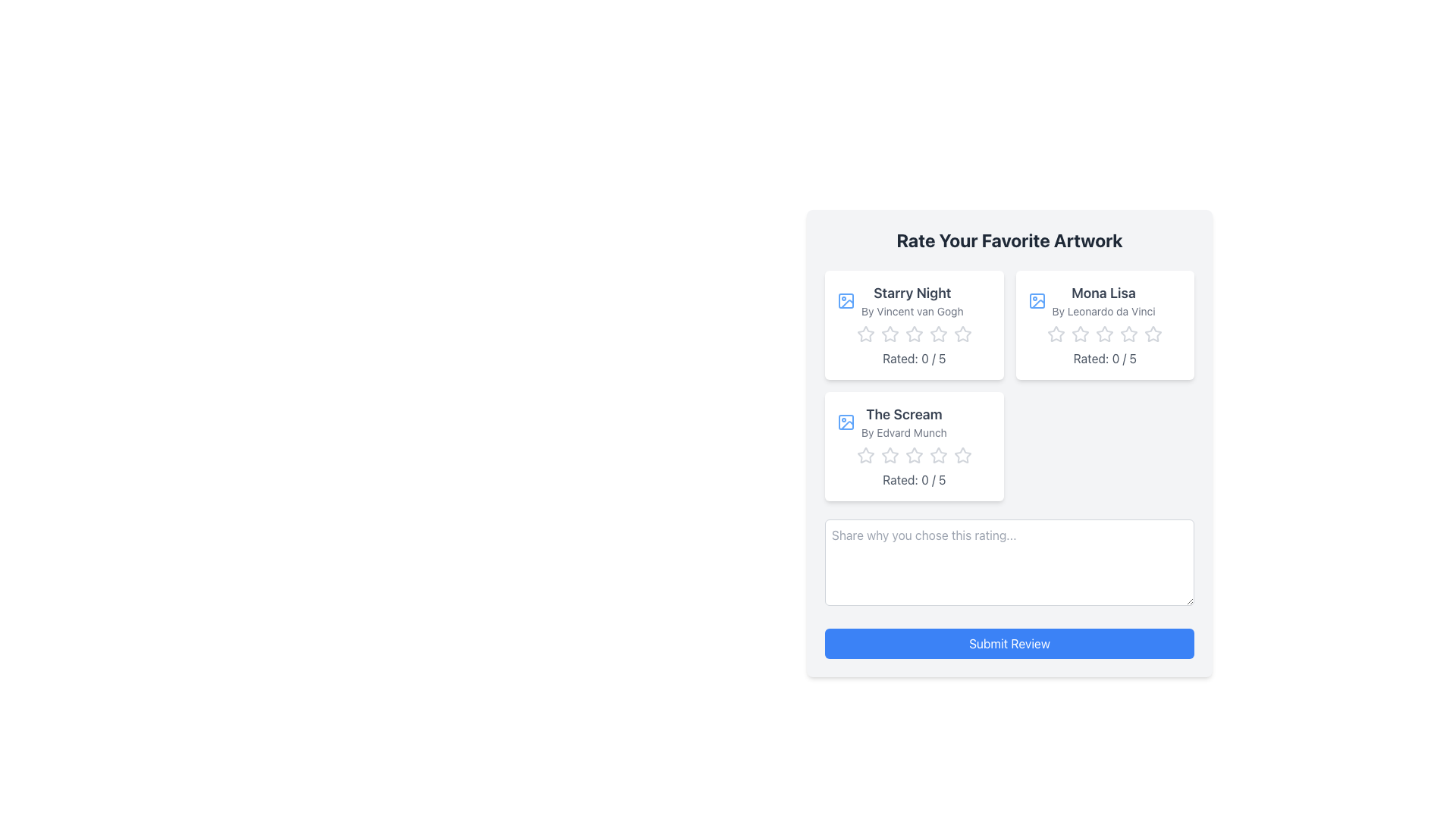 Image resolution: width=1456 pixels, height=819 pixels. I want to click on the Text Input Area where users can share comments or feedback about their chosen ratings, located above the blue 'Submit Review' button, so click(1009, 562).